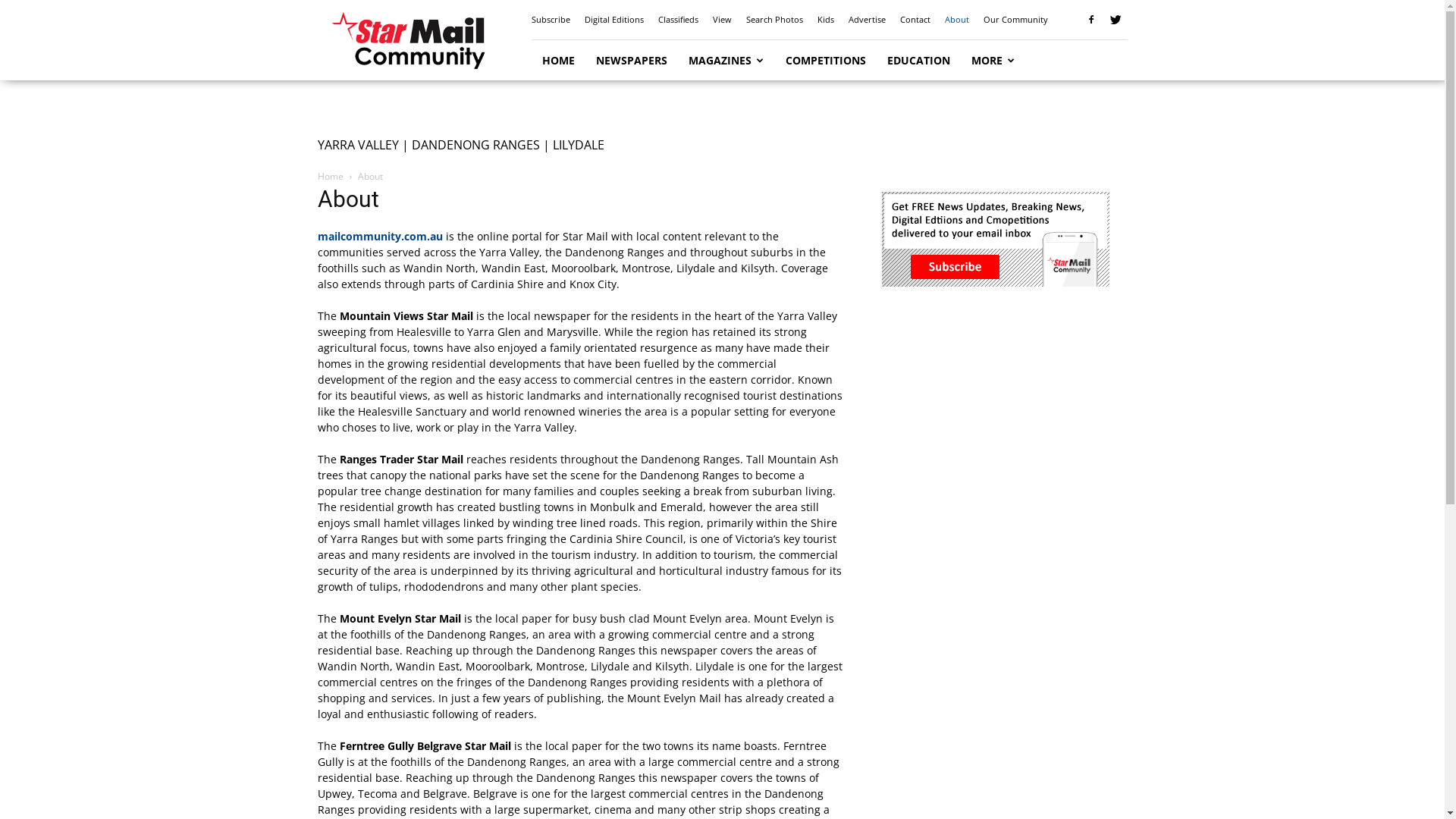 The image size is (1456, 819). What do you see at coordinates (379, 236) in the screenshot?
I see `'mailcommunity.com.au'` at bounding box center [379, 236].